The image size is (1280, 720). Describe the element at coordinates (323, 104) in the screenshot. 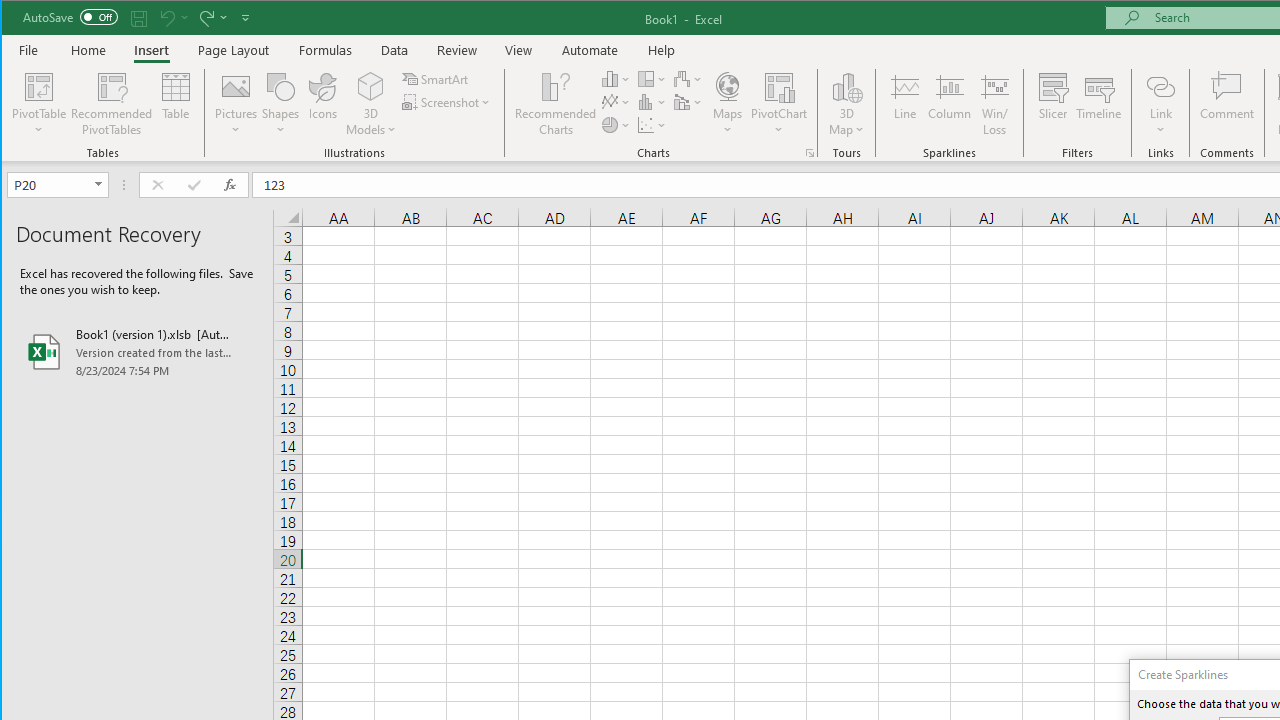

I see `'Icons'` at that location.